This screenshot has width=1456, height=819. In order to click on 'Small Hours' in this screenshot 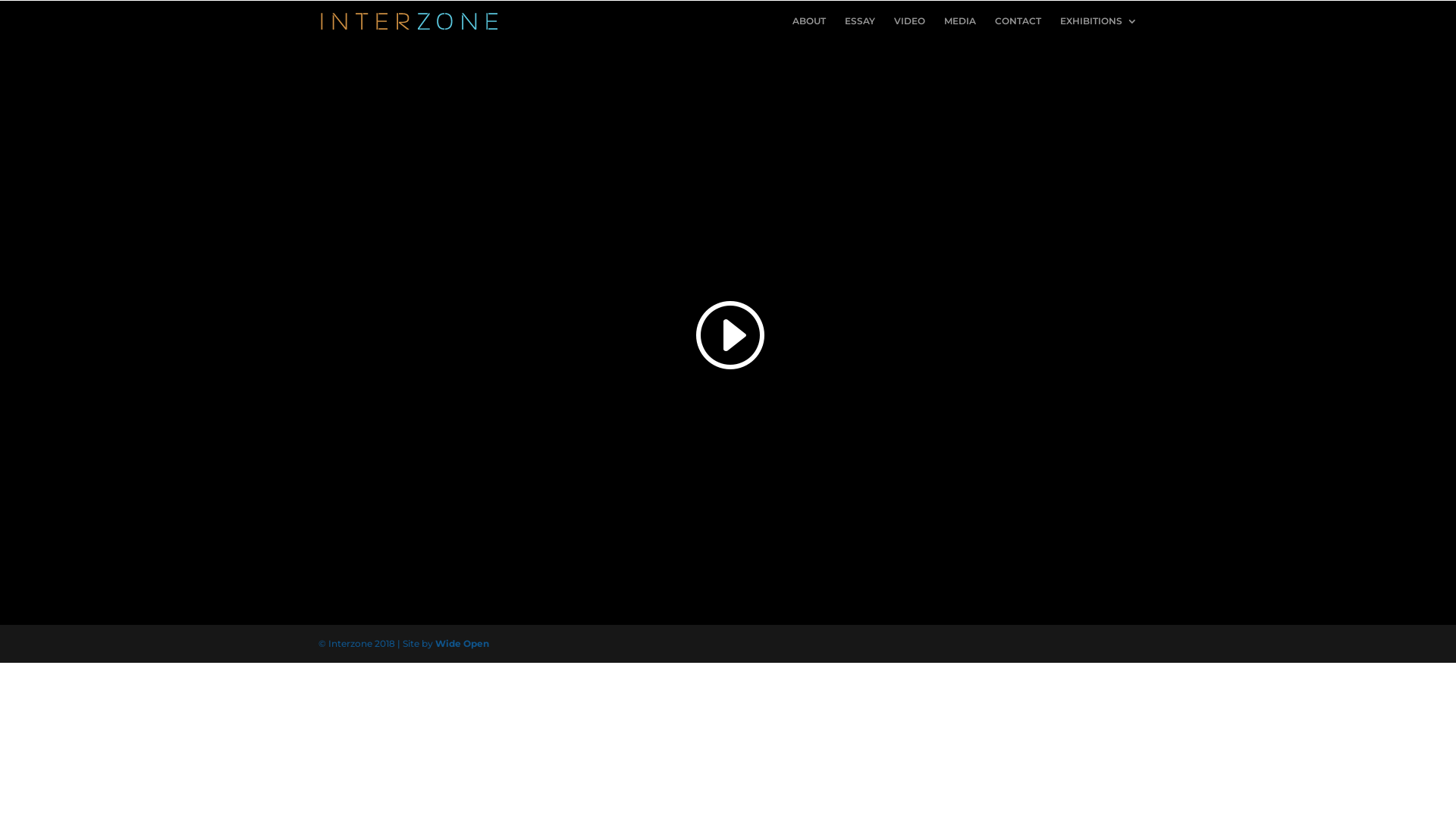, I will do `click(728, 332)`.